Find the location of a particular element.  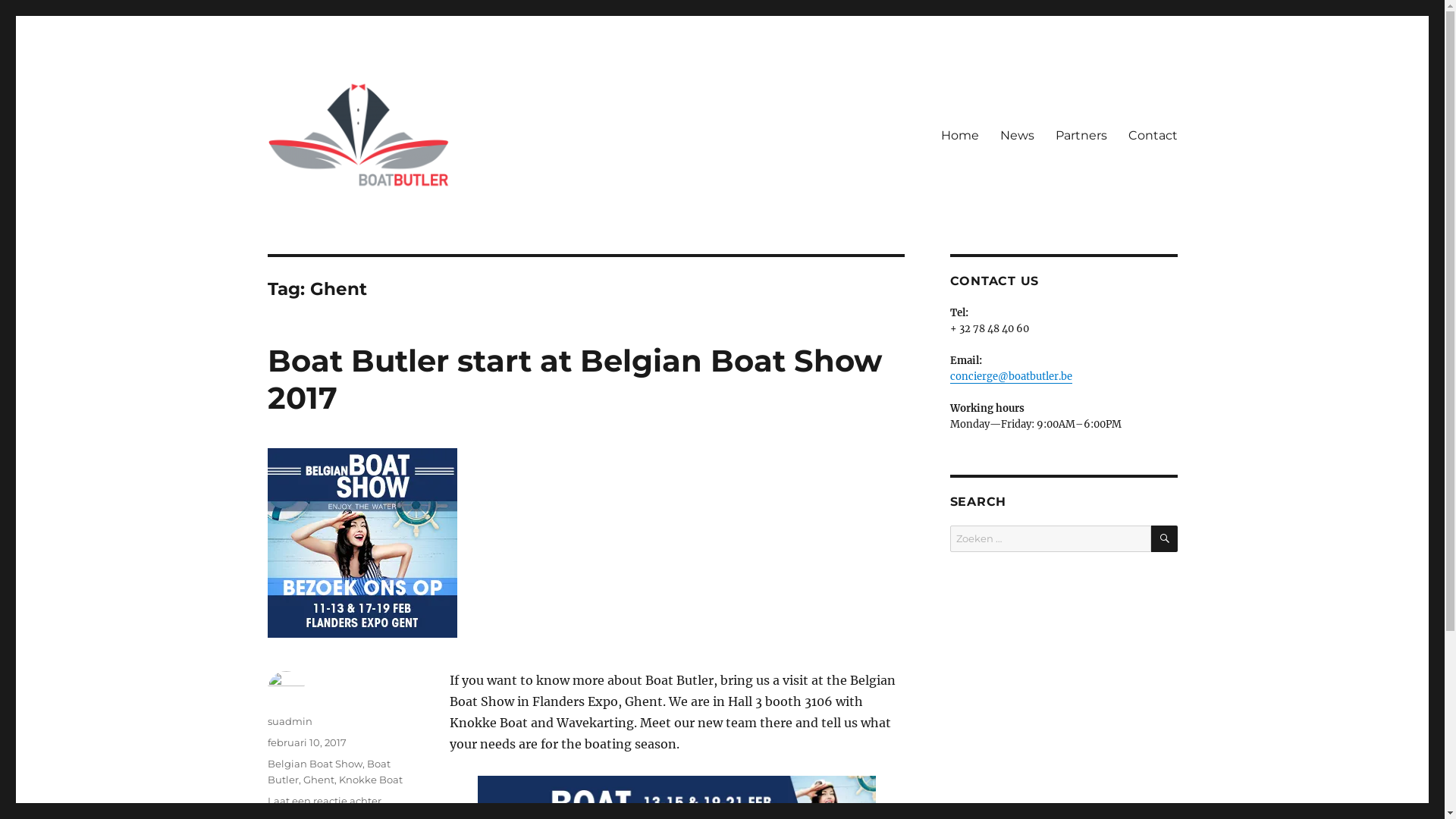

'Belgian Boat Show' is located at coordinates (266, 763).